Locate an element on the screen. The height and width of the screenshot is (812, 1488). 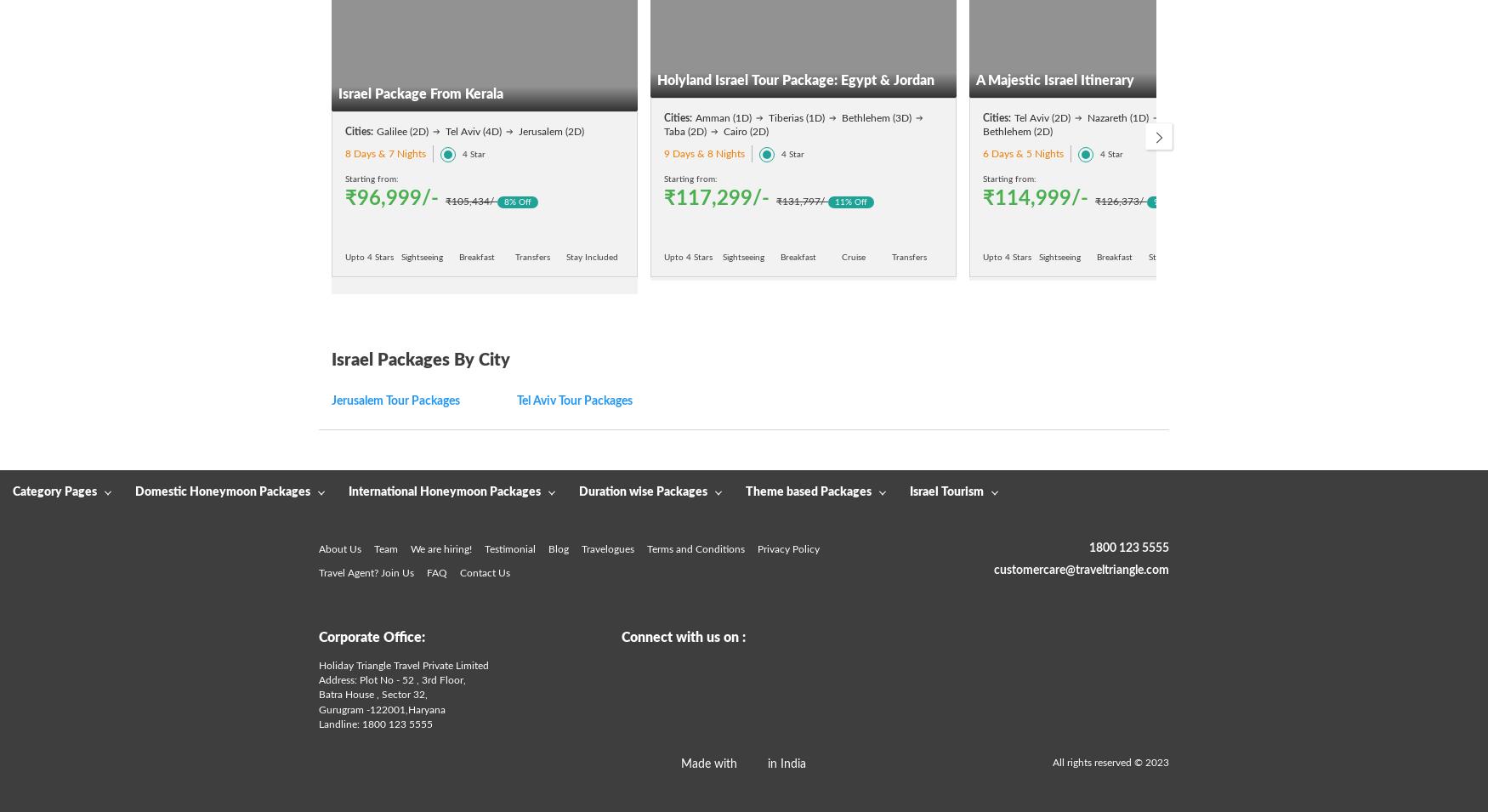
'Address: Plot No - 52 ,  3rd Floor,' is located at coordinates (392, 680).